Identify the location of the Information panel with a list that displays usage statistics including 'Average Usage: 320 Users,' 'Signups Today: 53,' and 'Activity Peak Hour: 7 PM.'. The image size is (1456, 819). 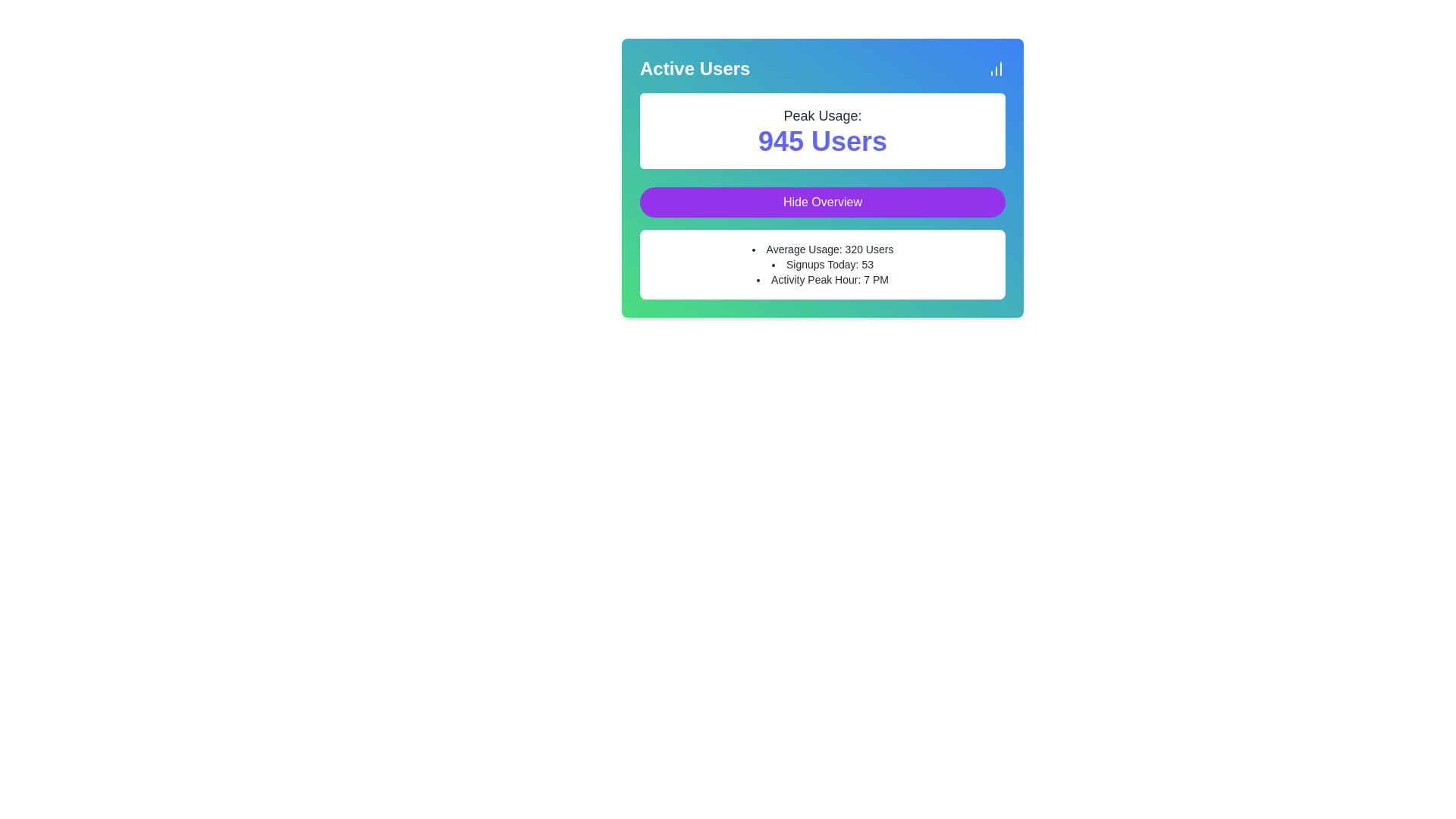
(821, 263).